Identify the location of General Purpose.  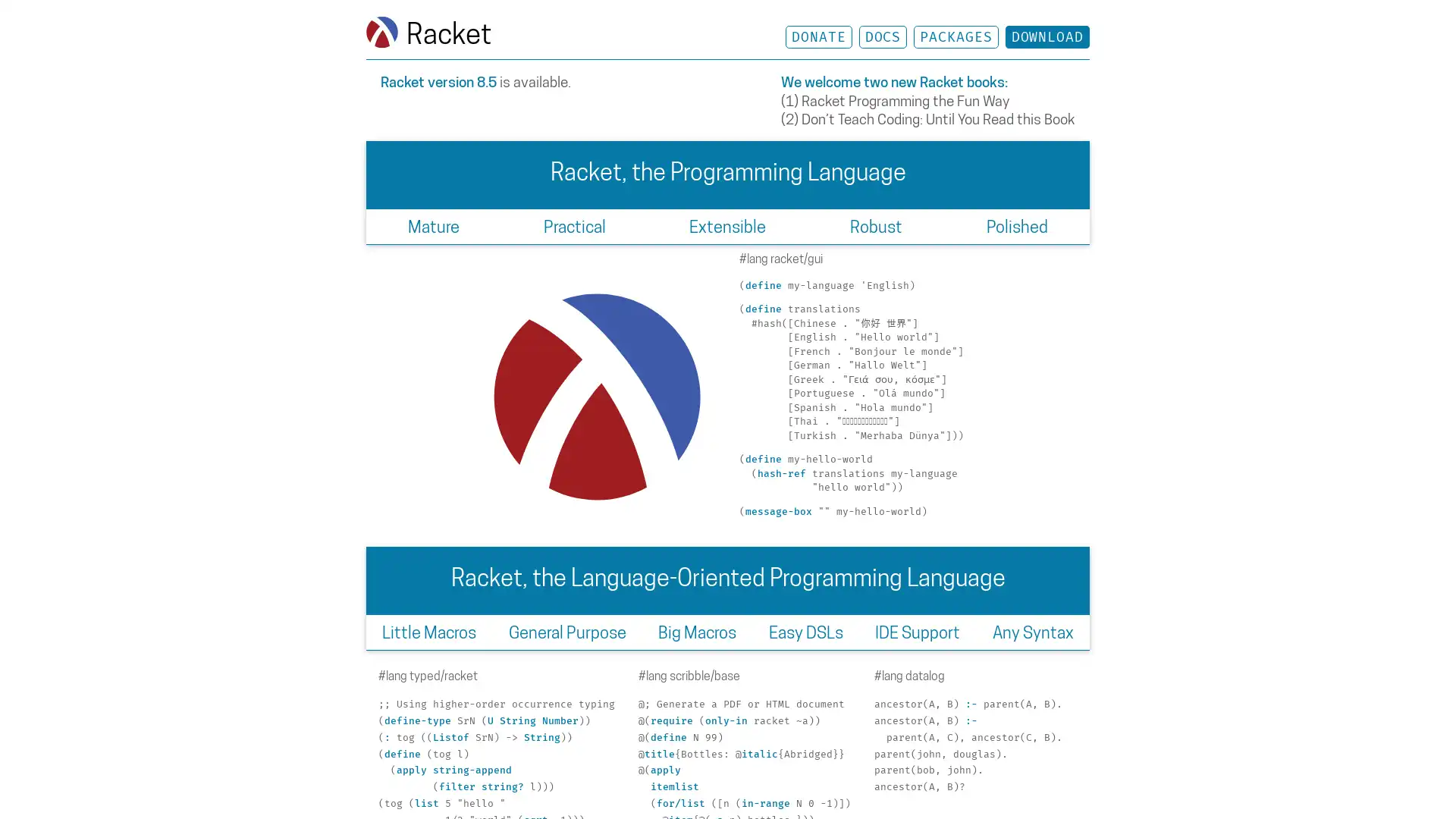
(566, 632).